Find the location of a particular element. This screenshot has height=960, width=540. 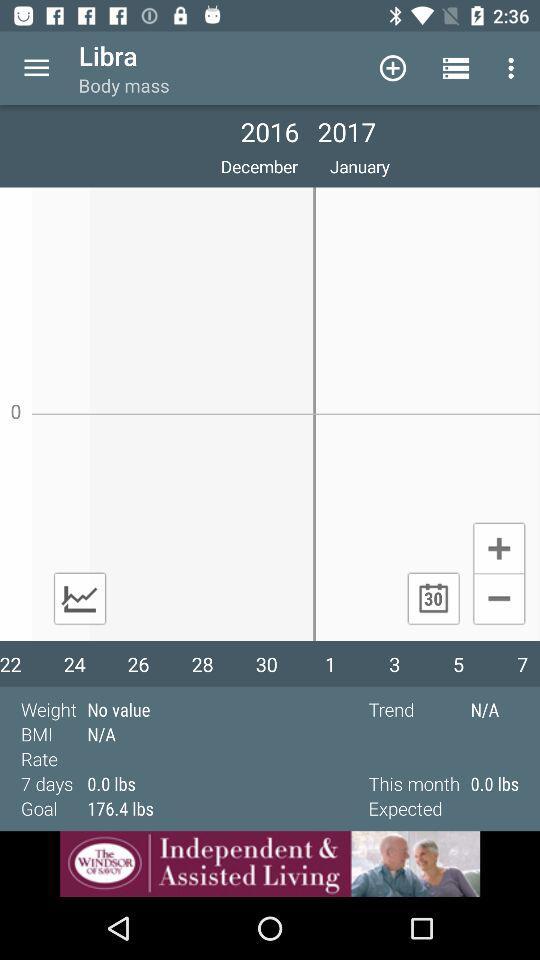

zoom out is located at coordinates (498, 600).